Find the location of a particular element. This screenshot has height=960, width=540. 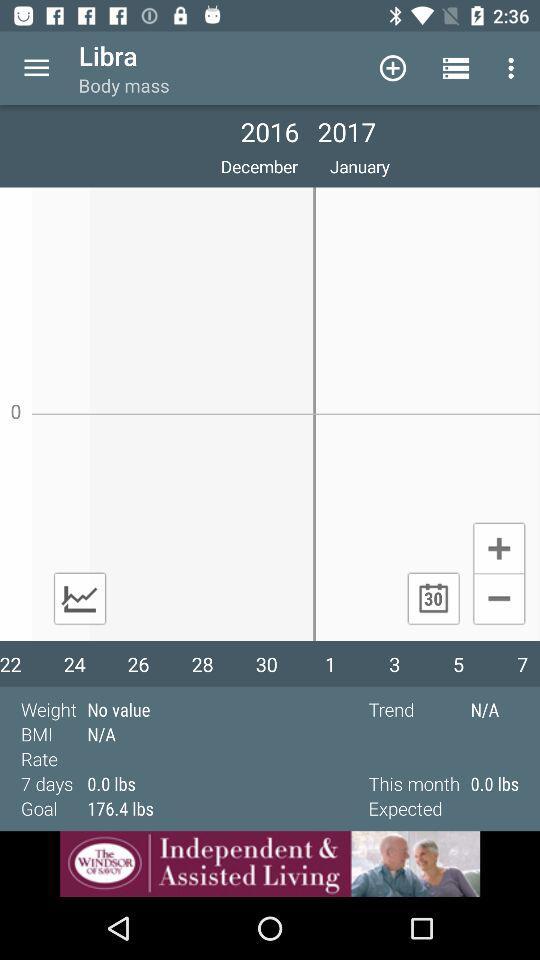

zoom out is located at coordinates (498, 600).